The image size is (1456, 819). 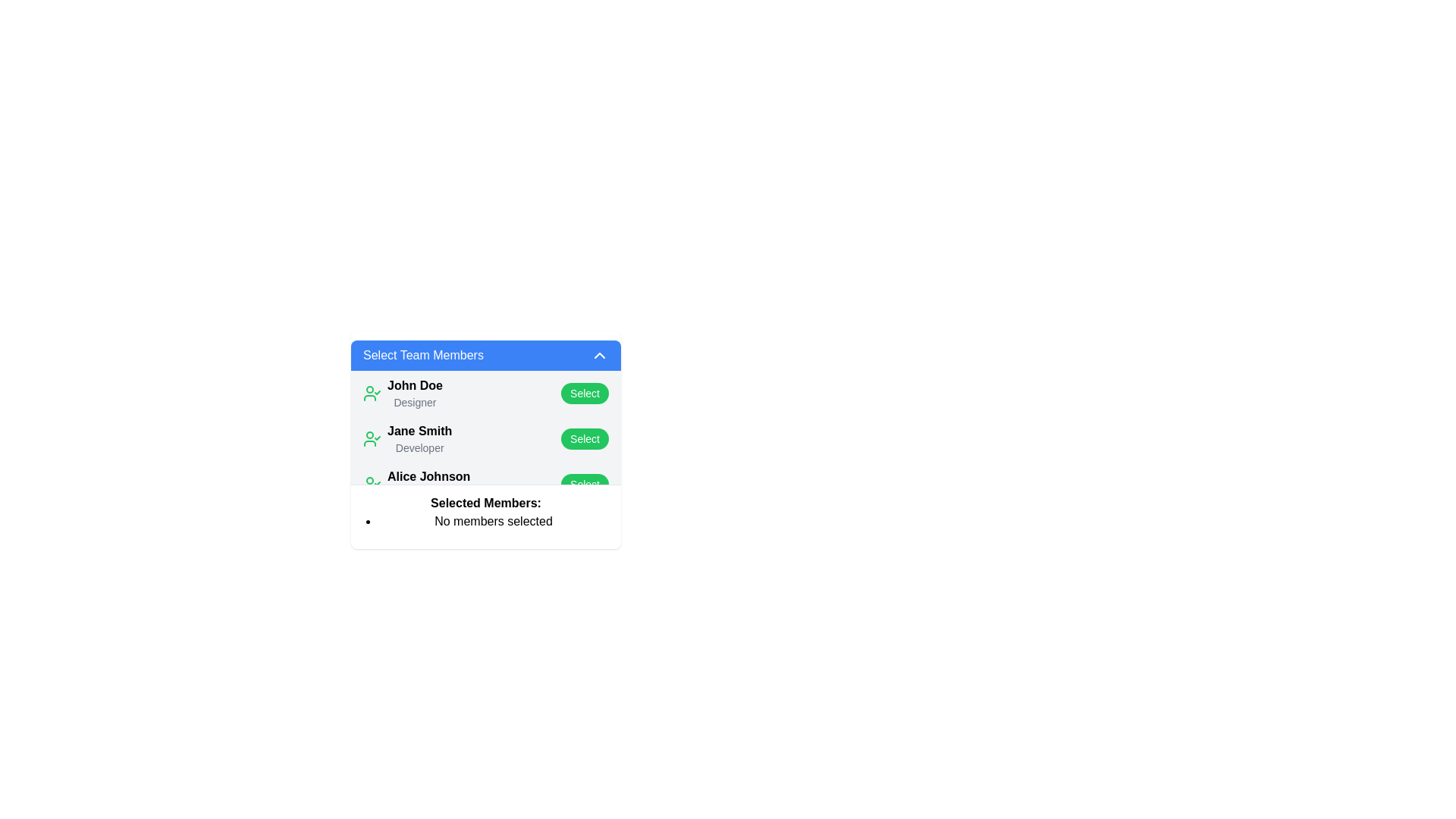 What do you see at coordinates (423, 356) in the screenshot?
I see `the static text element labeled 'Select Team Members', which is styled in bold white font on a blue background, located at the header area of a dropdown component` at bounding box center [423, 356].